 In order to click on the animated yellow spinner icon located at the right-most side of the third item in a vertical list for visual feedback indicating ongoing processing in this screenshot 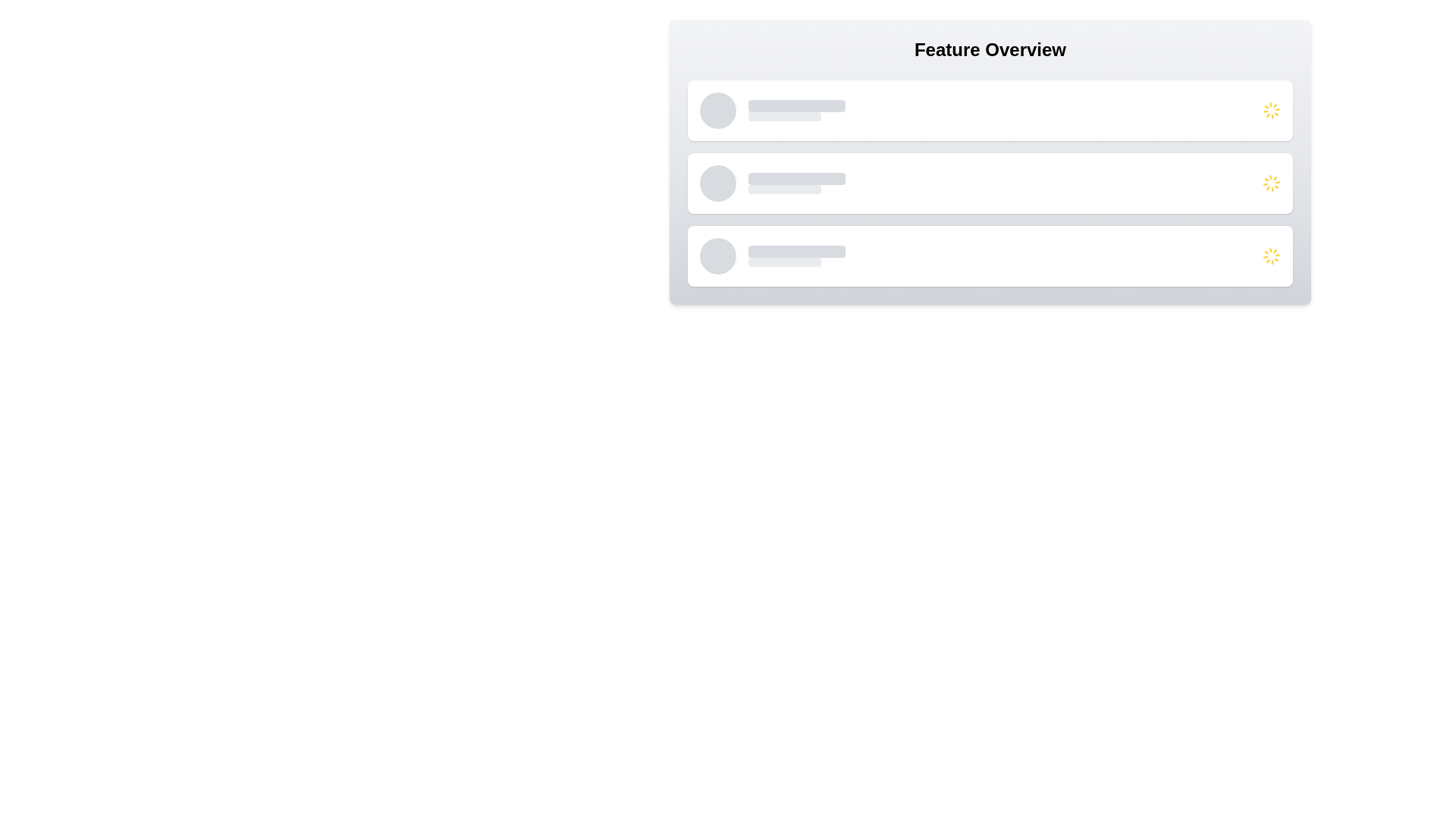, I will do `click(1271, 183)`.